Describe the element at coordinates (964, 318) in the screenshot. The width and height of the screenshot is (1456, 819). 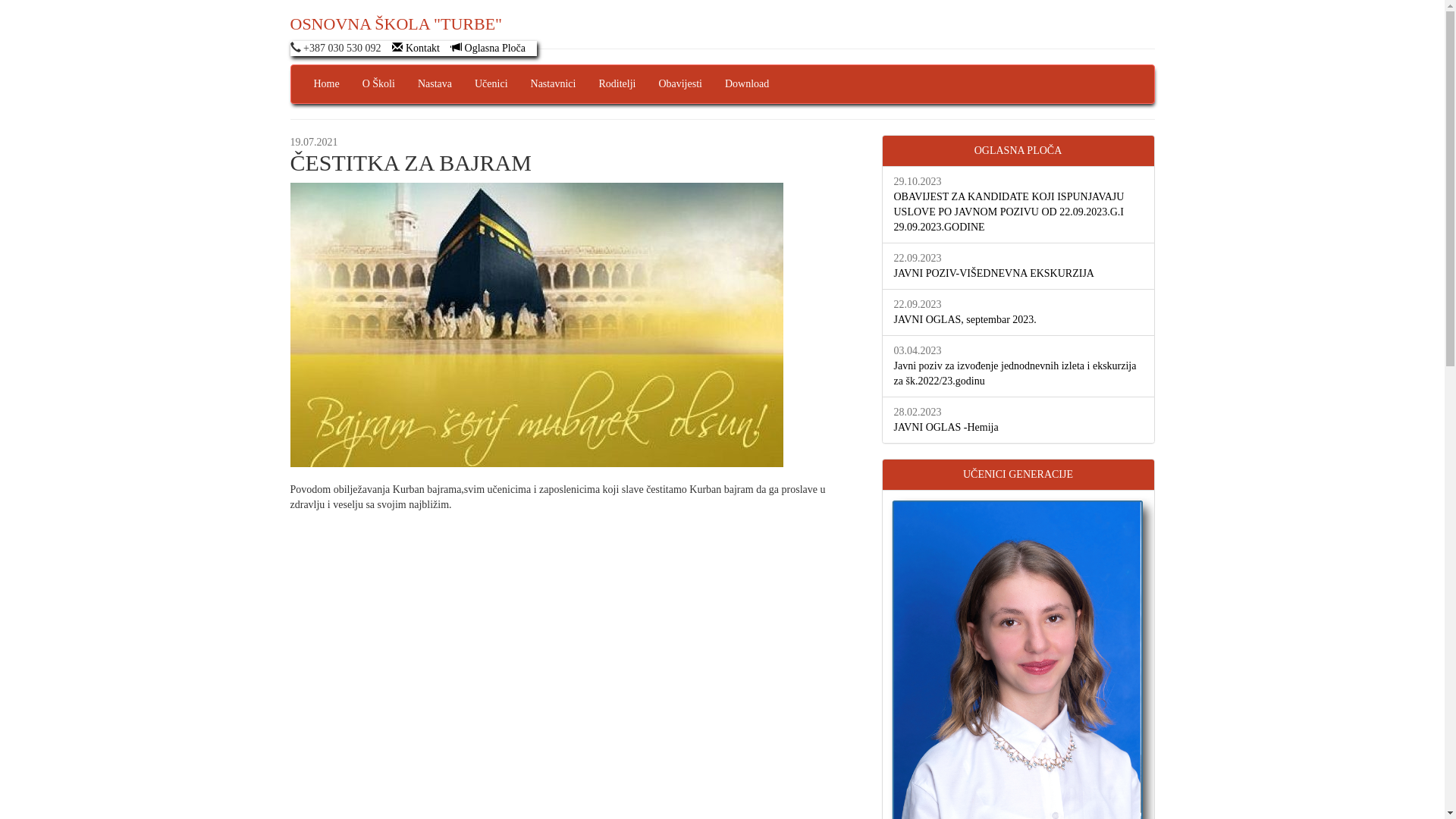
I see `'JAVNI OGLAS, septembar 2023.'` at that location.